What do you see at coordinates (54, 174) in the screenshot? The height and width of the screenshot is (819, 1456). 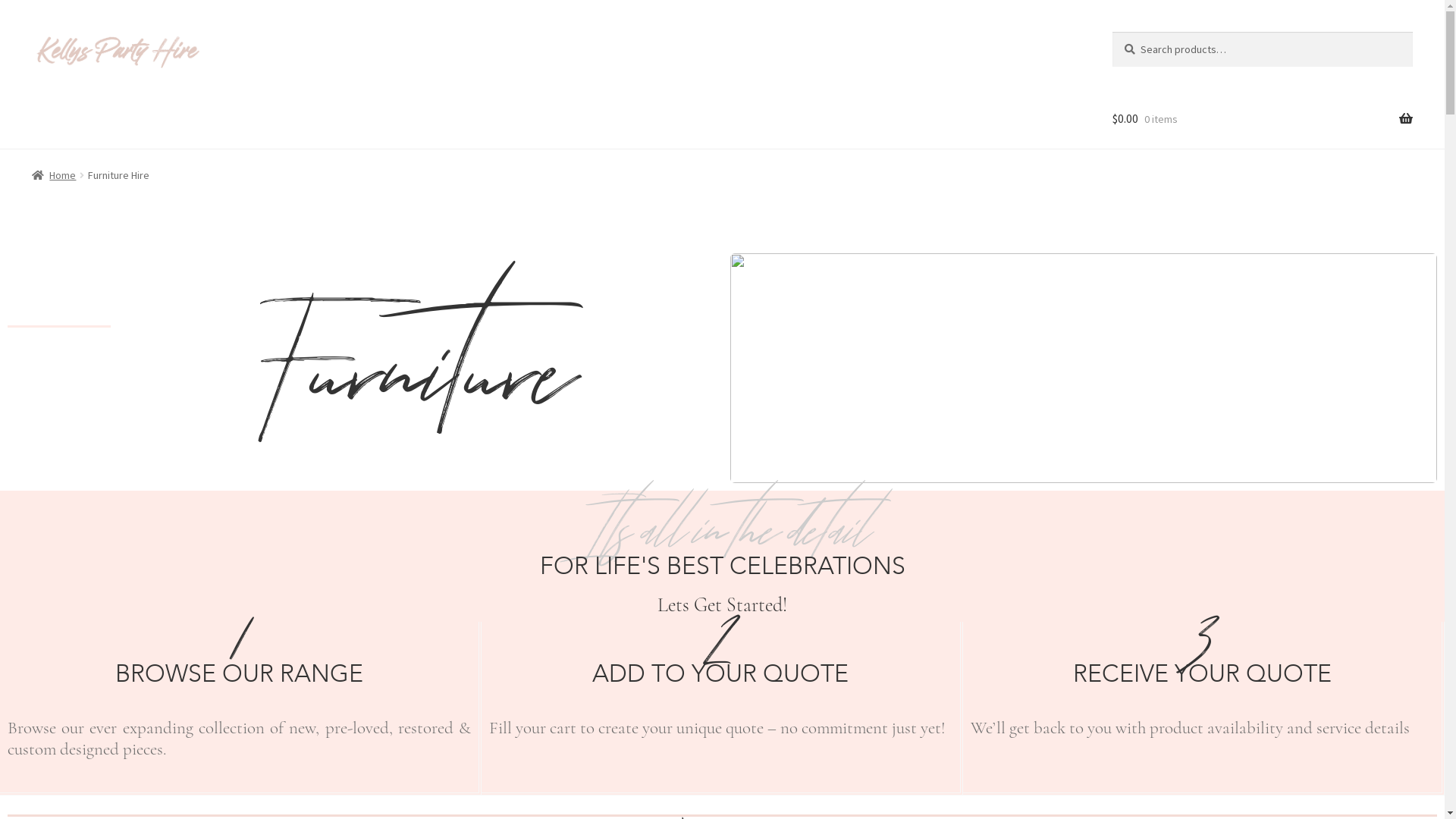 I see `'Home'` at bounding box center [54, 174].